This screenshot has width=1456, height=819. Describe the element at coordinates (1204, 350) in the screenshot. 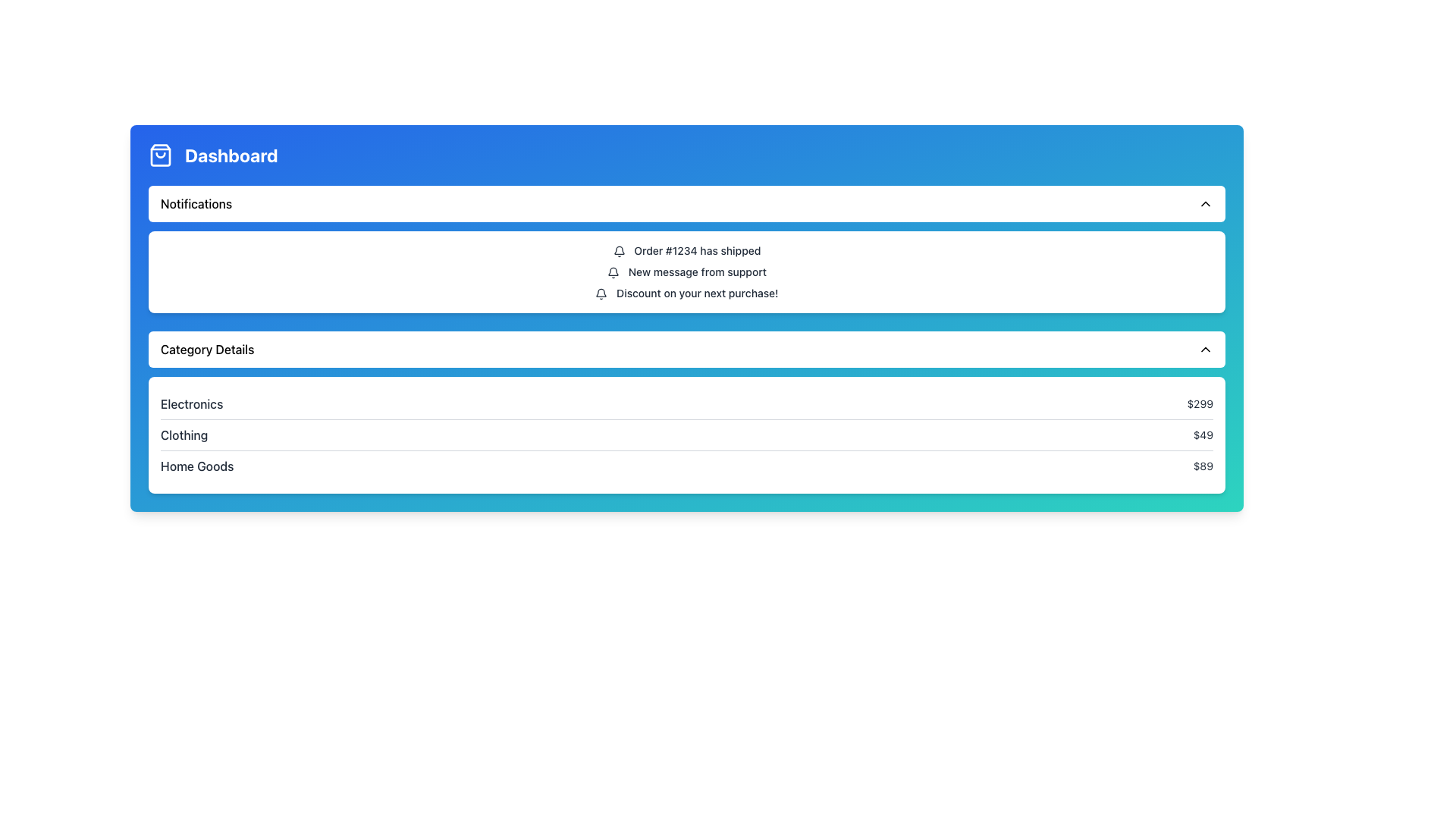

I see `the chevron icon located on the right-side edge of the 'Category Details' section` at that location.